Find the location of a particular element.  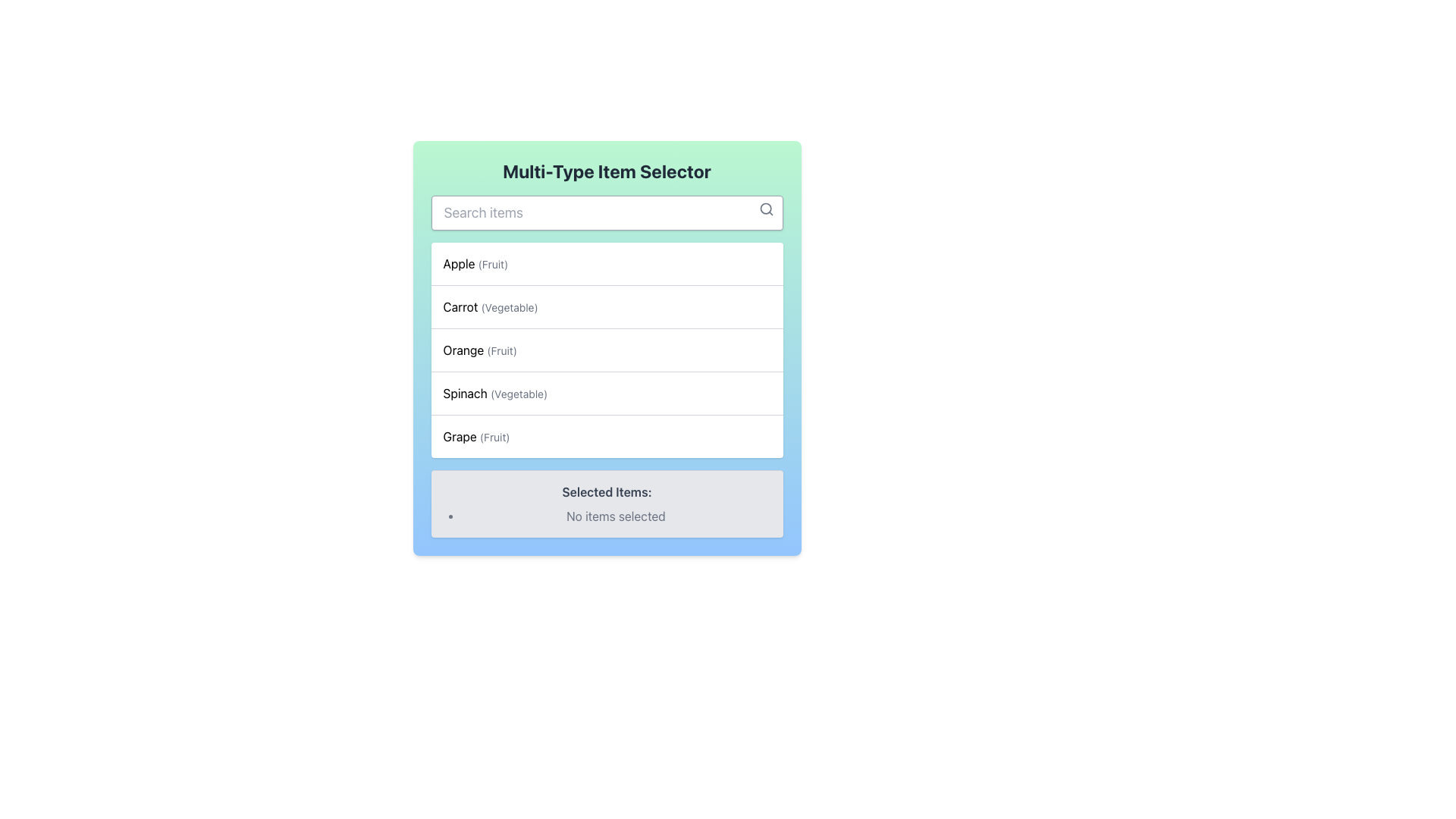

the fourth item in the selectable list under the header 'Multi-Type Item Selector', located between 'Orange (Fruit)' and 'Grape (Fruit).' is located at coordinates (495, 393).